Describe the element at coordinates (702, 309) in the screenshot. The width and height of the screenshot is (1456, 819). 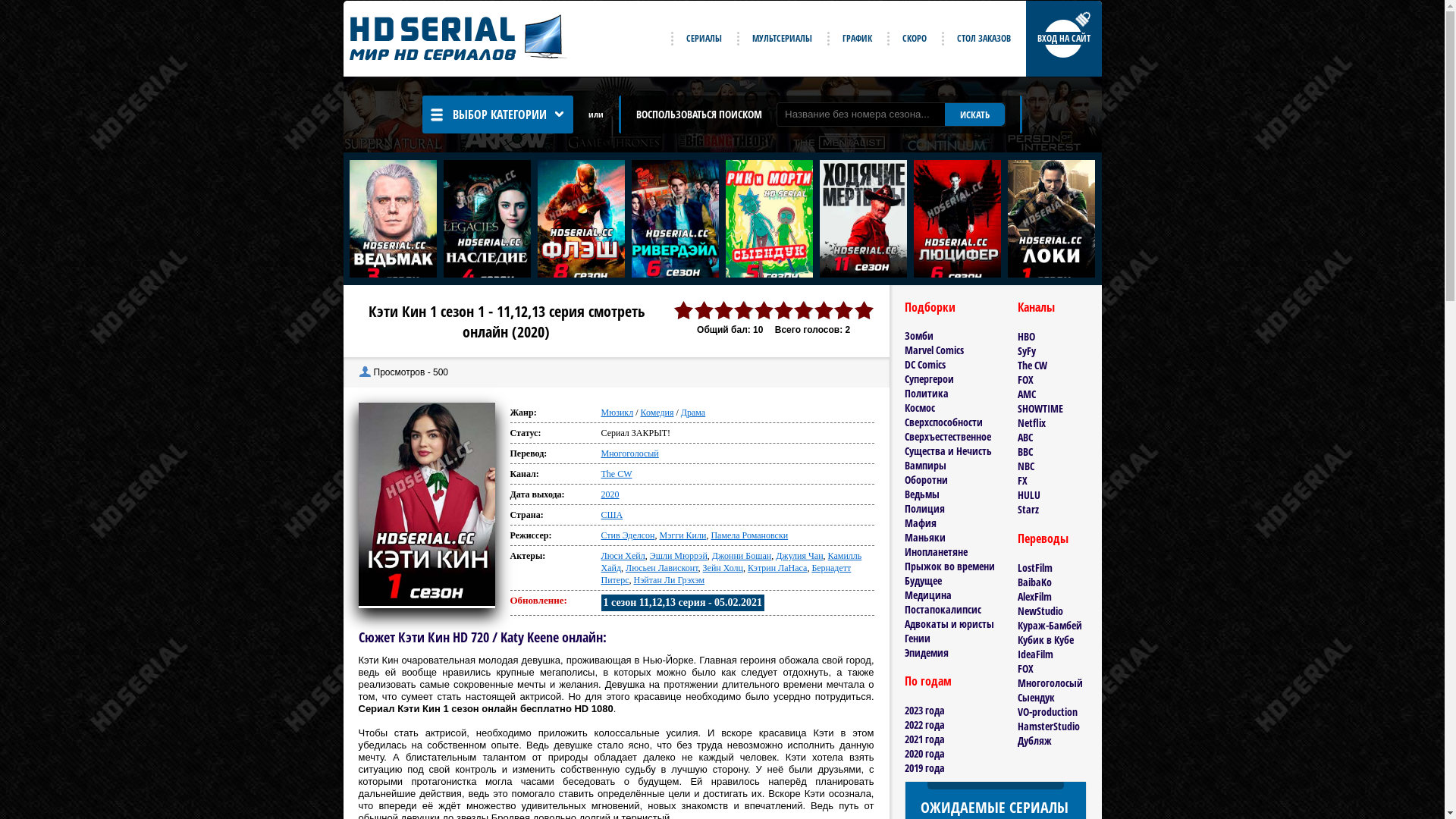
I see `'2'` at that location.